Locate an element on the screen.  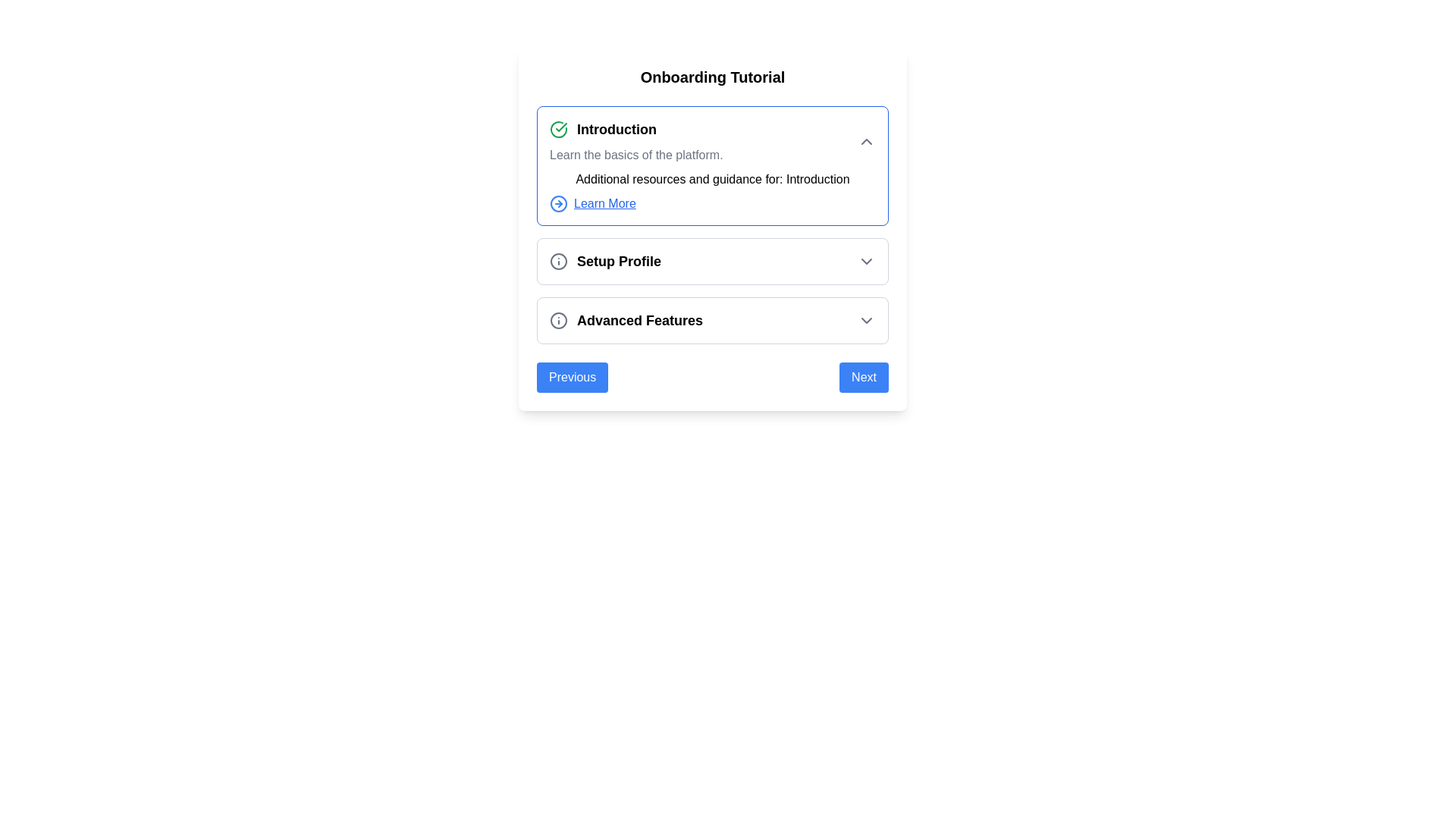
the third item in the vertical list that expands the advanced features section of the onboarding tutorial is located at coordinates (712, 320).